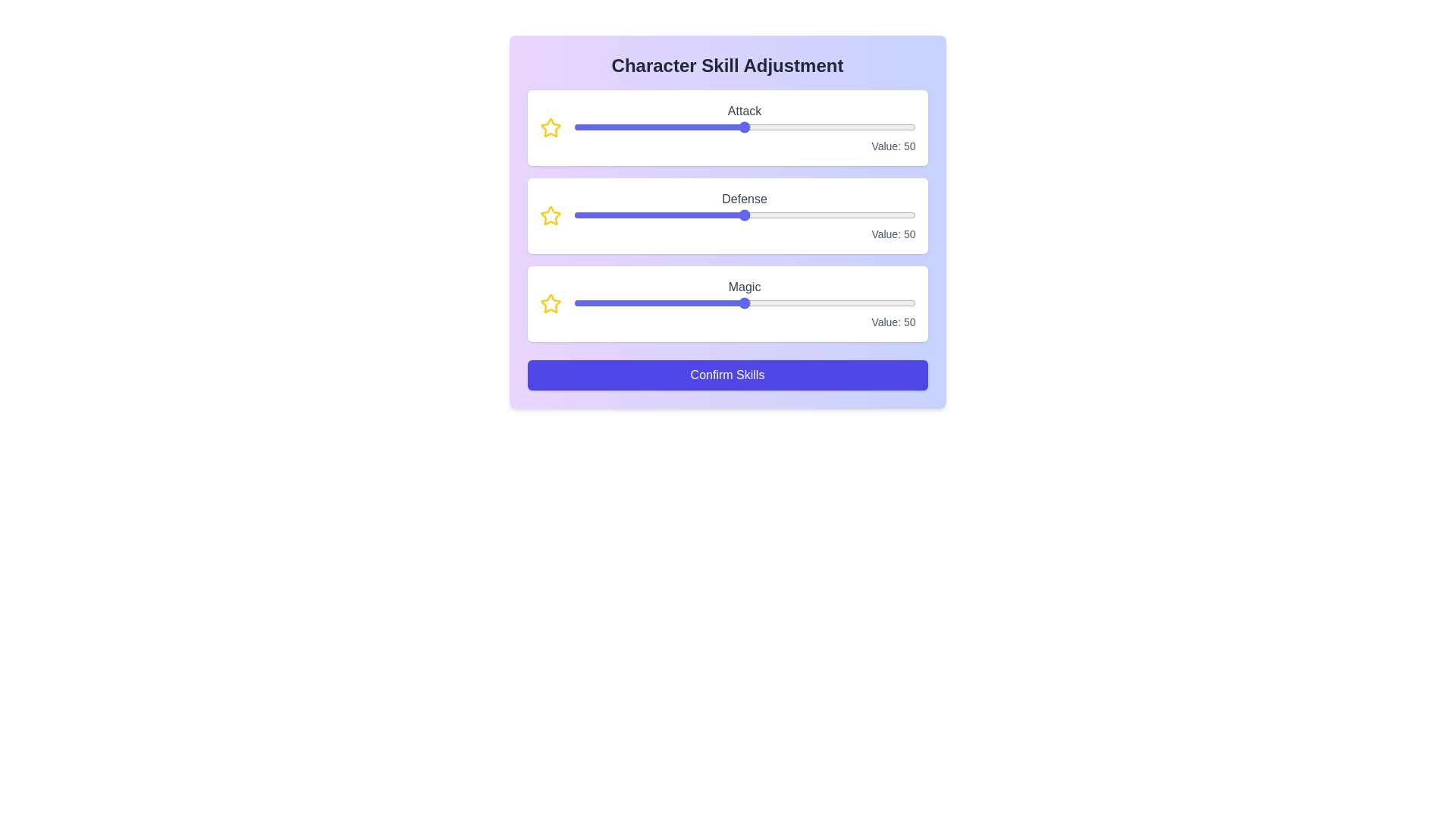  I want to click on the 1 slider to 24, so click(786, 215).